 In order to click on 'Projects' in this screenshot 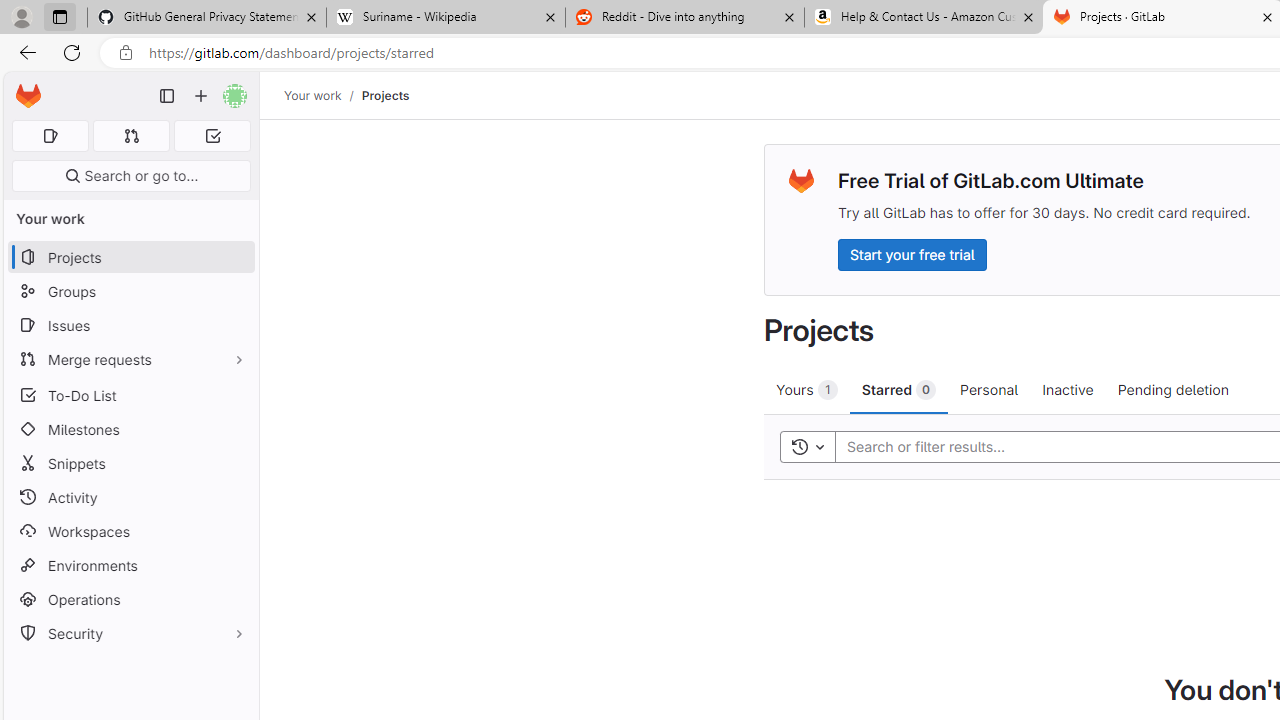, I will do `click(385, 95)`.